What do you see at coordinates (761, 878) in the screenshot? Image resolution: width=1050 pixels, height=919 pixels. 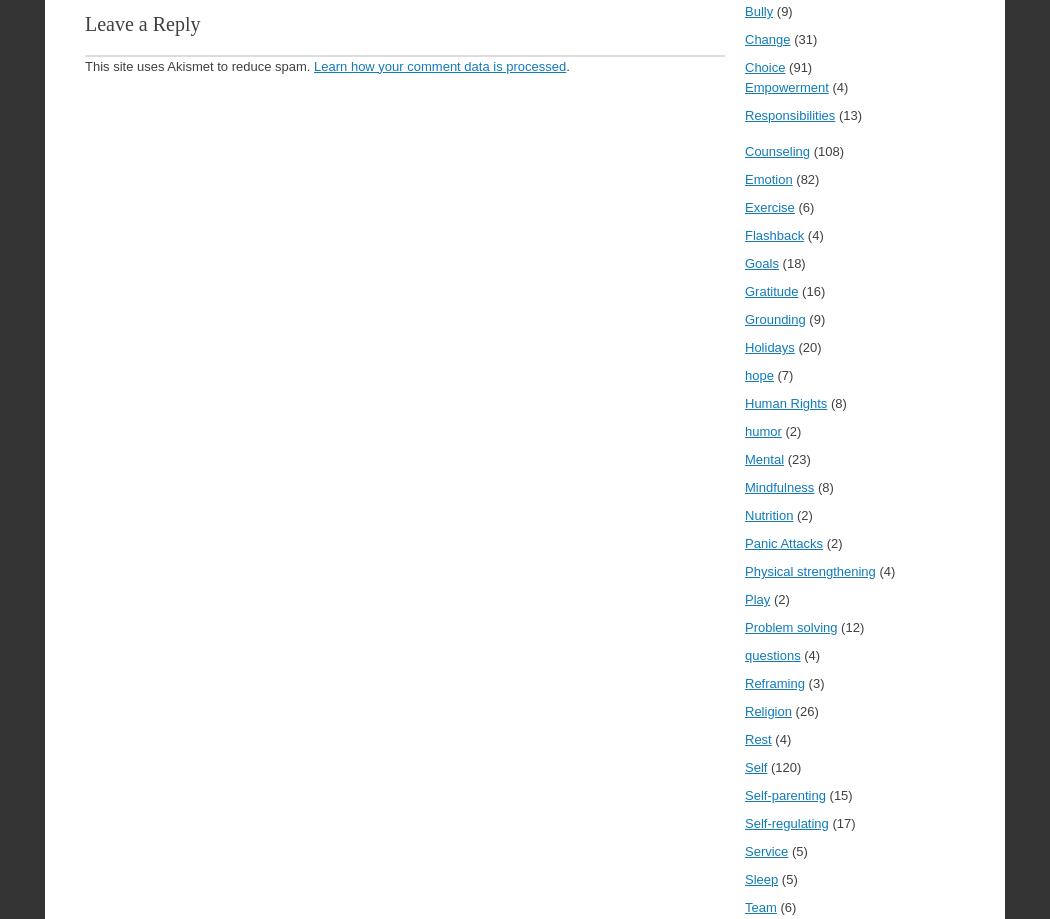 I see `'Sleep'` at bounding box center [761, 878].